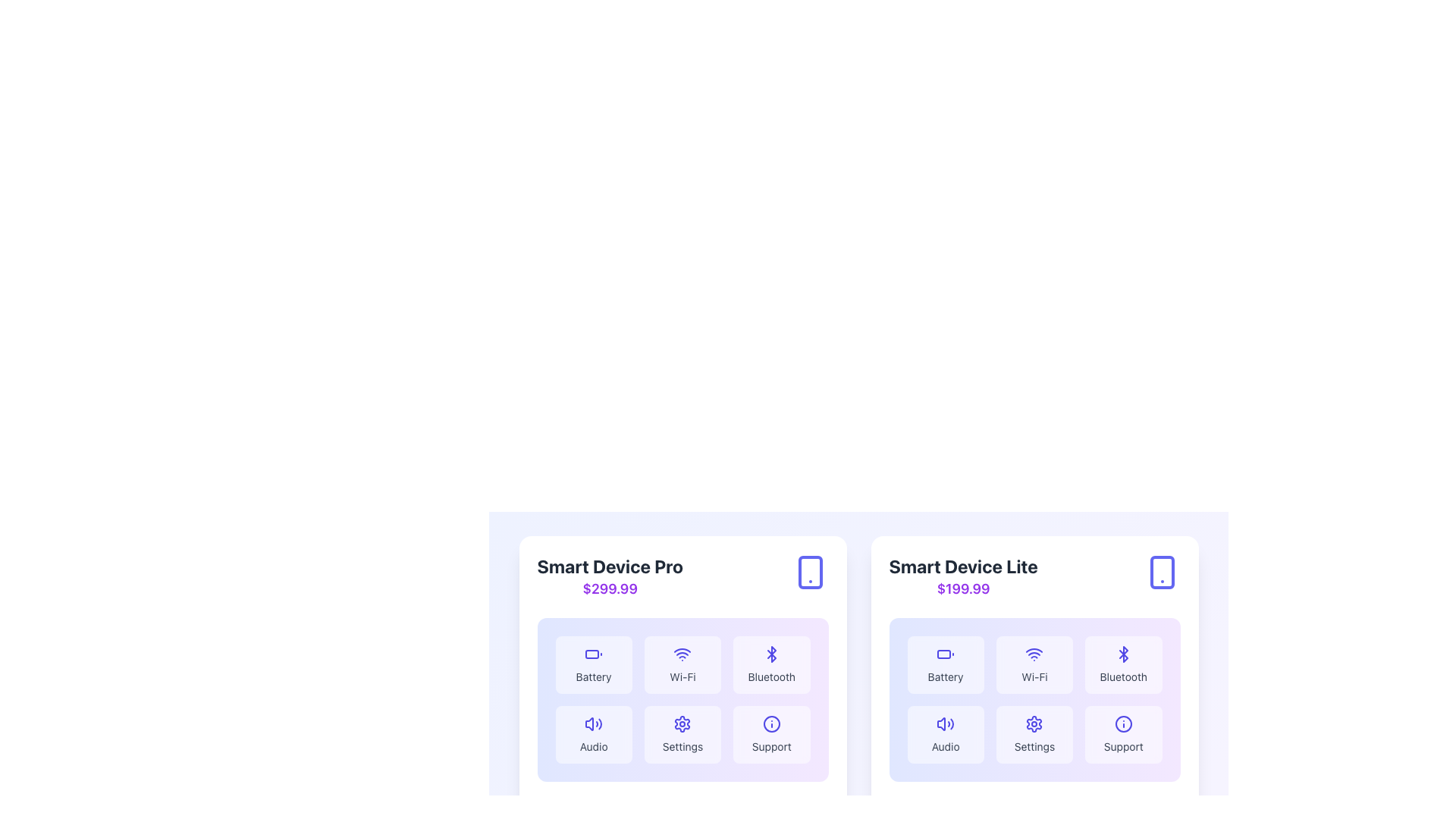 The image size is (1456, 819). Describe the element at coordinates (1034, 649) in the screenshot. I see `the second arc segment of the SVG-based Wi-Fi symbol in the top-right section of the 'Smart Device Lite' product card` at that location.